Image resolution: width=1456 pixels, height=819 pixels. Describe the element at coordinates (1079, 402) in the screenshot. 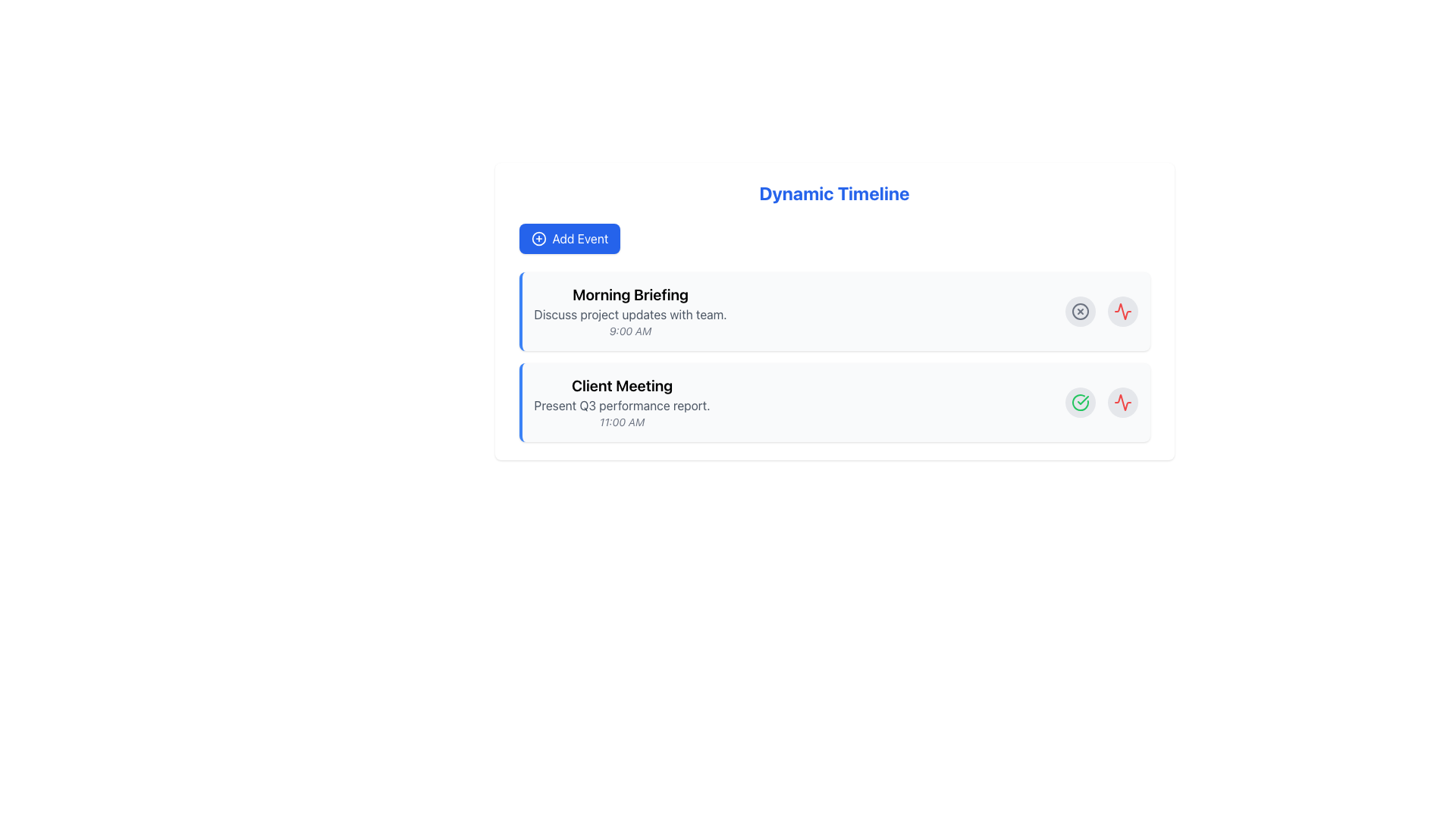

I see `the round button with a light gray background and a green check icon, positioned to the left of the red activity button within the bottom event card of the timeline interface` at that location.